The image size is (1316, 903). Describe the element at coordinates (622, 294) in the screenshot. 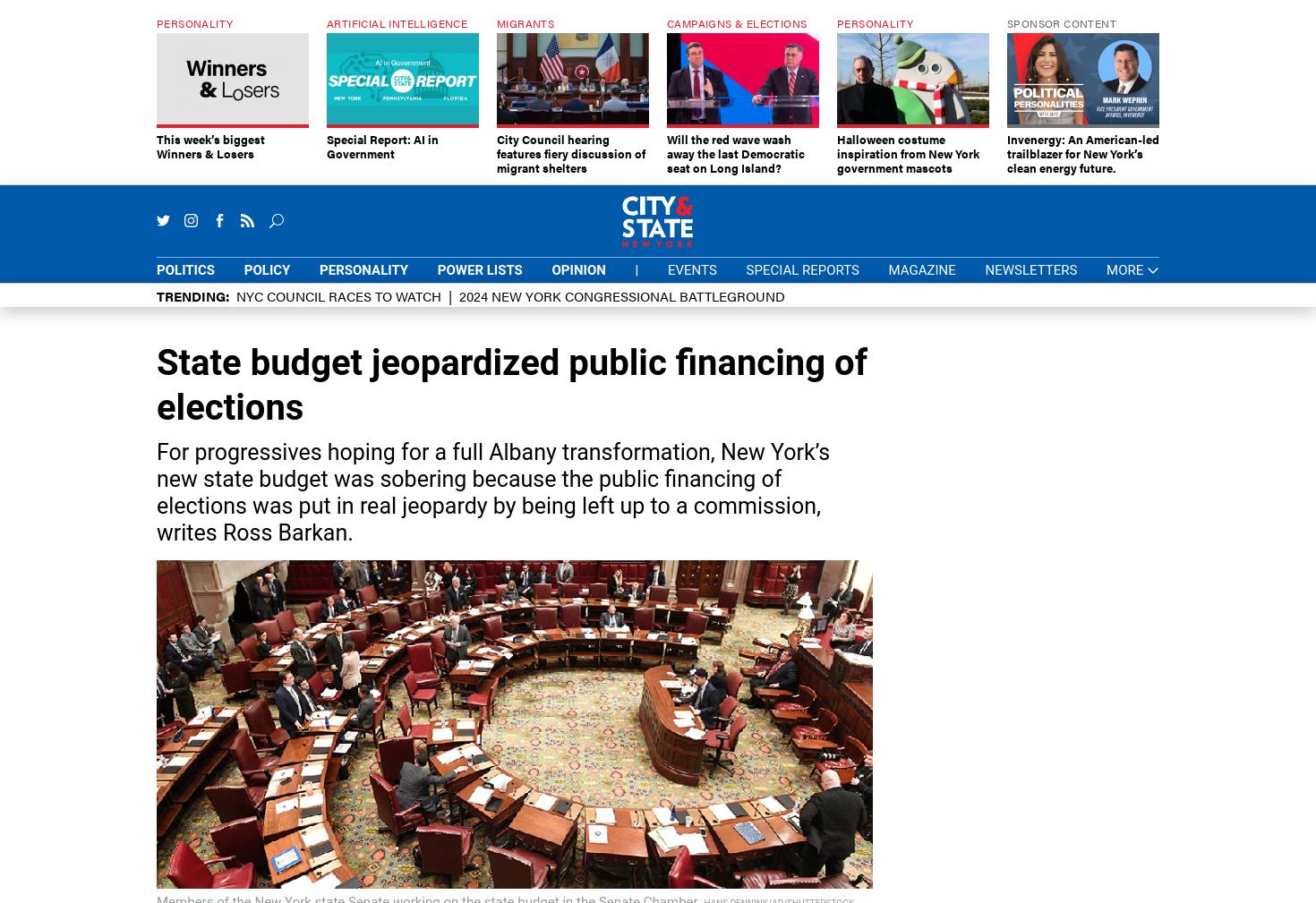

I see `'2024 New York congressional battleground'` at that location.